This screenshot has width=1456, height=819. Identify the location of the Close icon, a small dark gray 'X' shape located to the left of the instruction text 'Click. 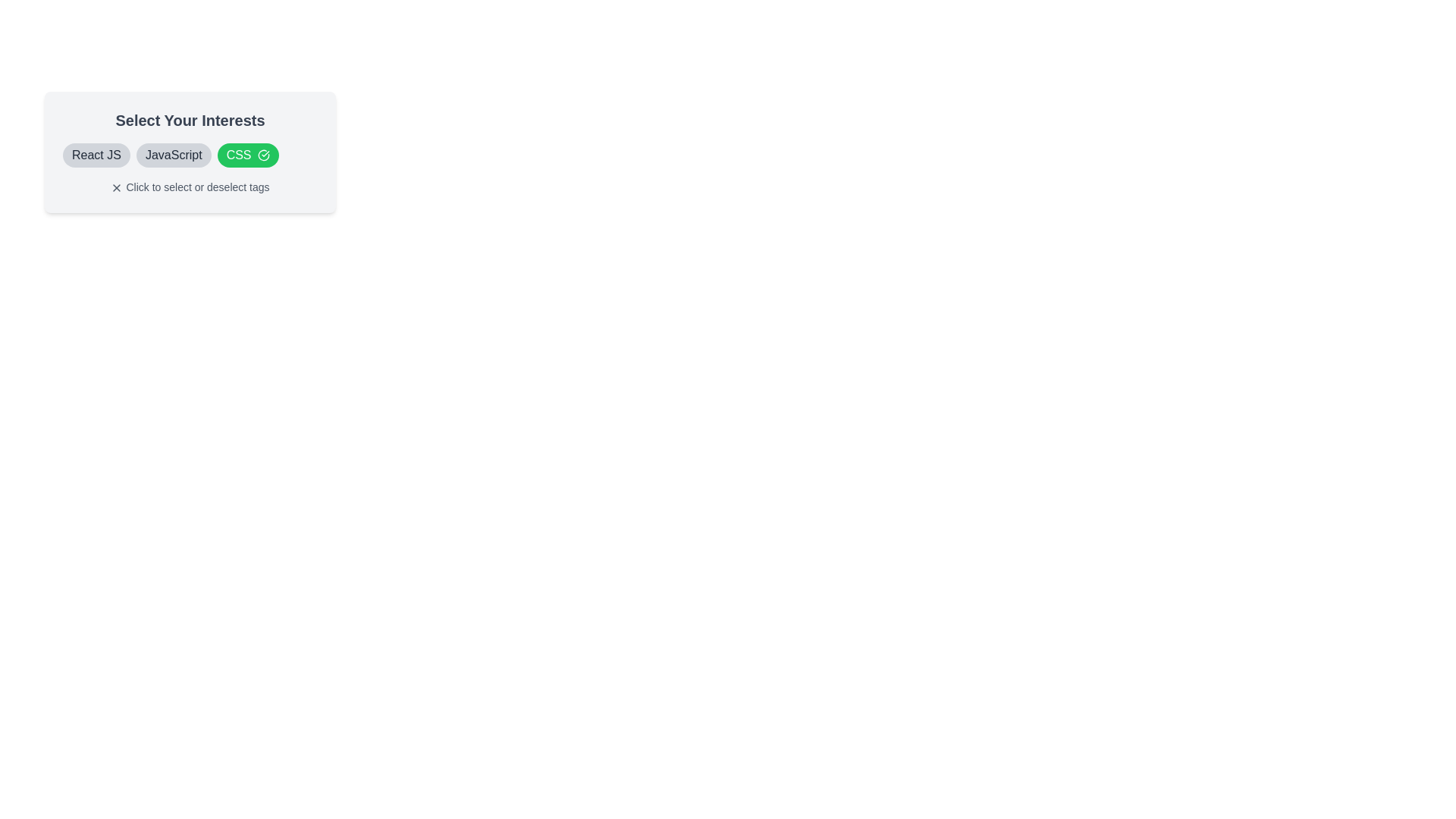
(116, 187).